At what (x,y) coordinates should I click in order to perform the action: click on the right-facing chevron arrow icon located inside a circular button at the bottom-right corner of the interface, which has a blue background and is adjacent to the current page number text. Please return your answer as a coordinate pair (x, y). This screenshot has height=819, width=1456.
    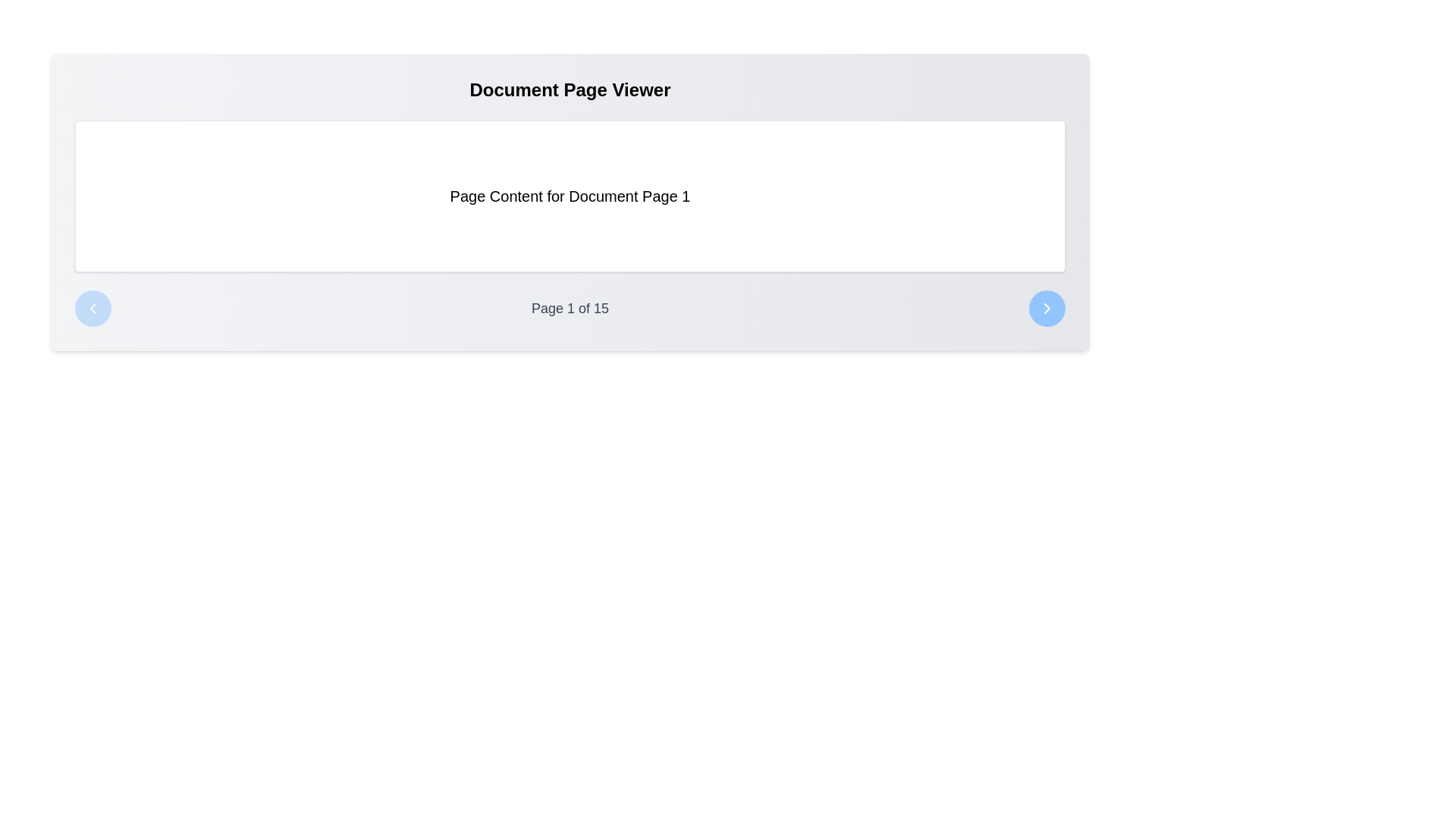
    Looking at the image, I should click on (1046, 308).